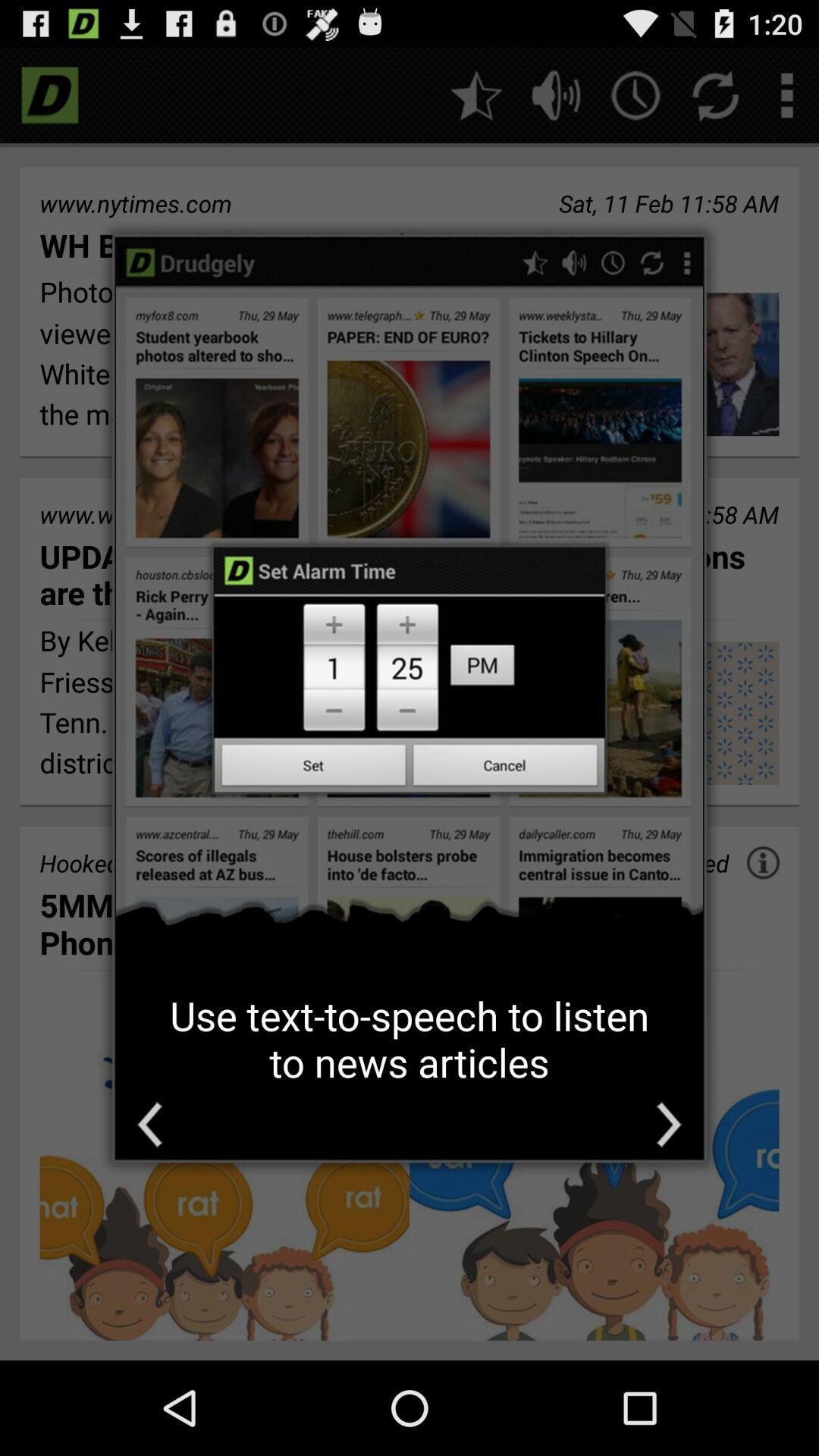 This screenshot has width=819, height=1456. What do you see at coordinates (149, 1125) in the screenshot?
I see `go back` at bounding box center [149, 1125].